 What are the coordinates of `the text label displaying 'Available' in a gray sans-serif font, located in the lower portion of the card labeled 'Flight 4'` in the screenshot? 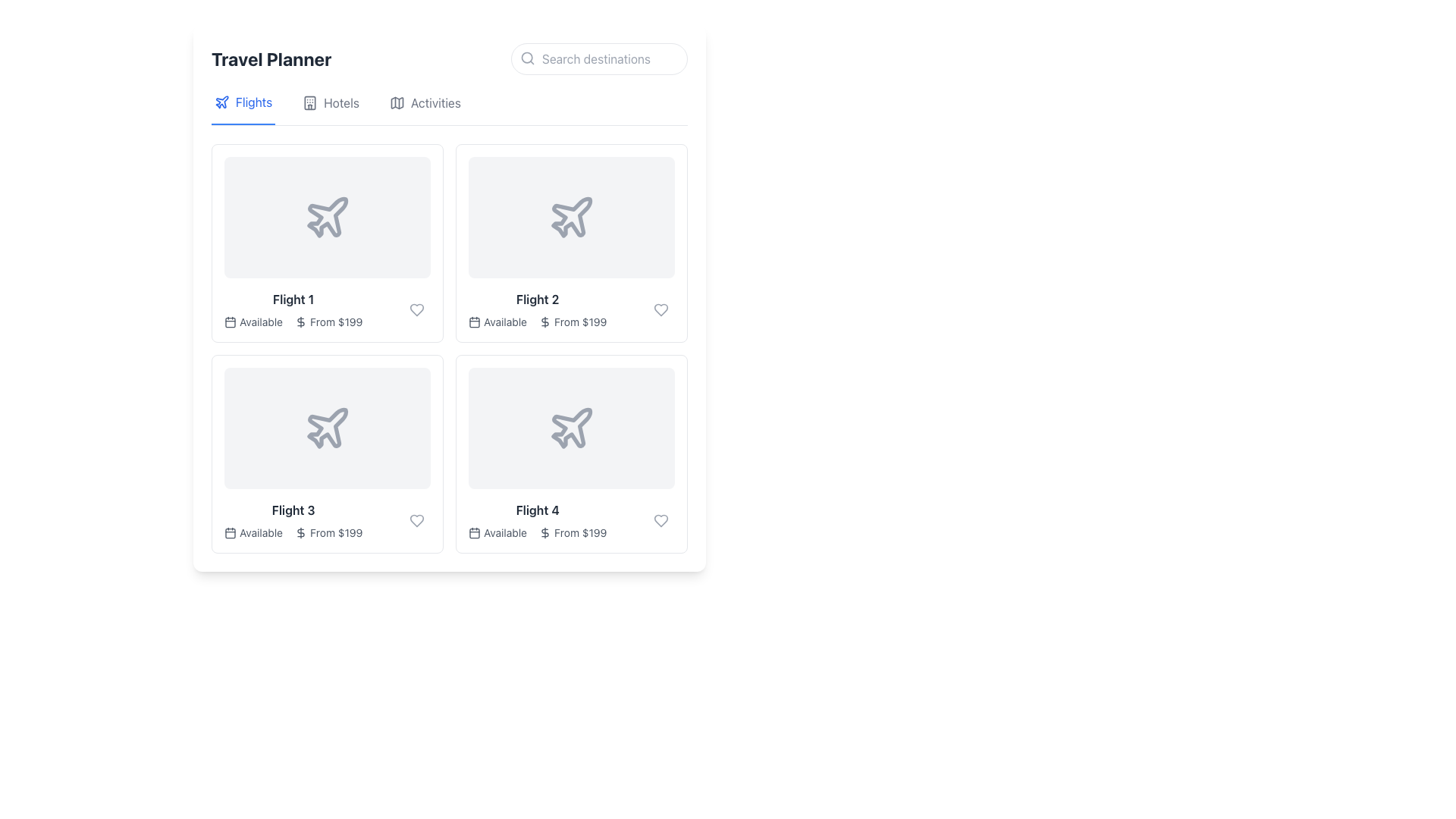 It's located at (505, 532).